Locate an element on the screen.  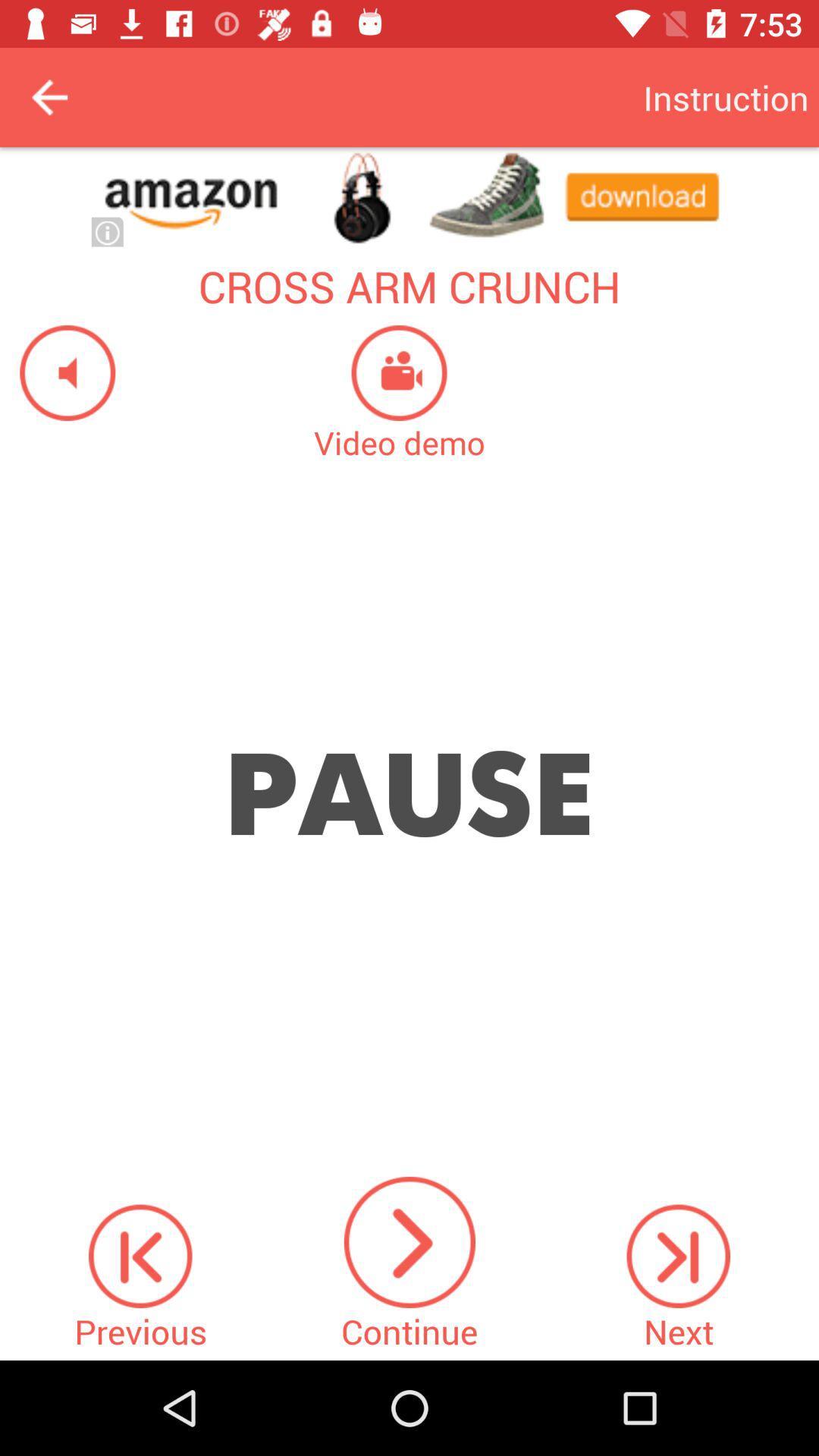
the website is located at coordinates (409, 196).